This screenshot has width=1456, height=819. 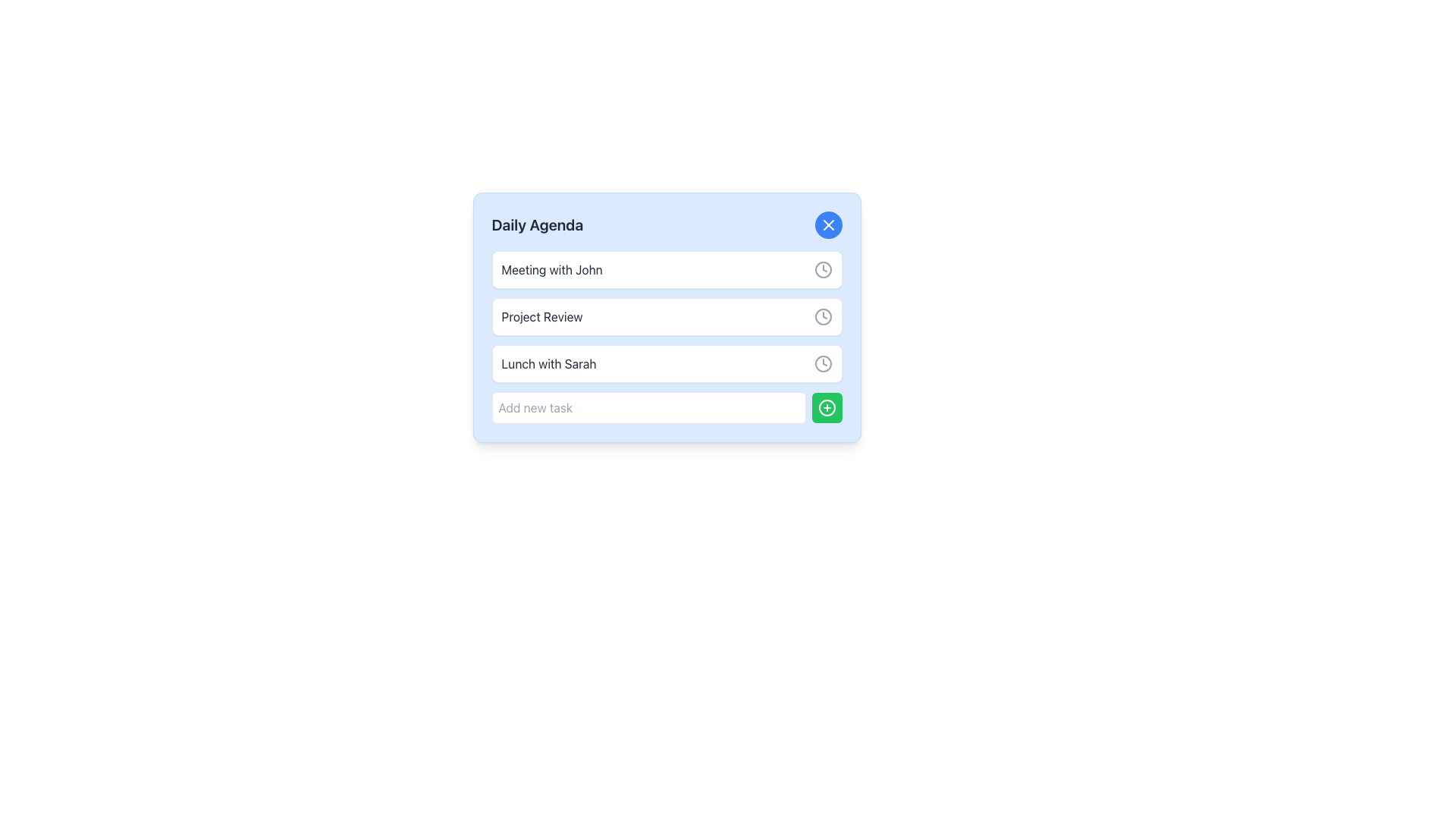 What do you see at coordinates (827, 225) in the screenshot?
I see `the close icon within the rounded blue button in the top-right corner of the 'Daily Agenda' panel` at bounding box center [827, 225].